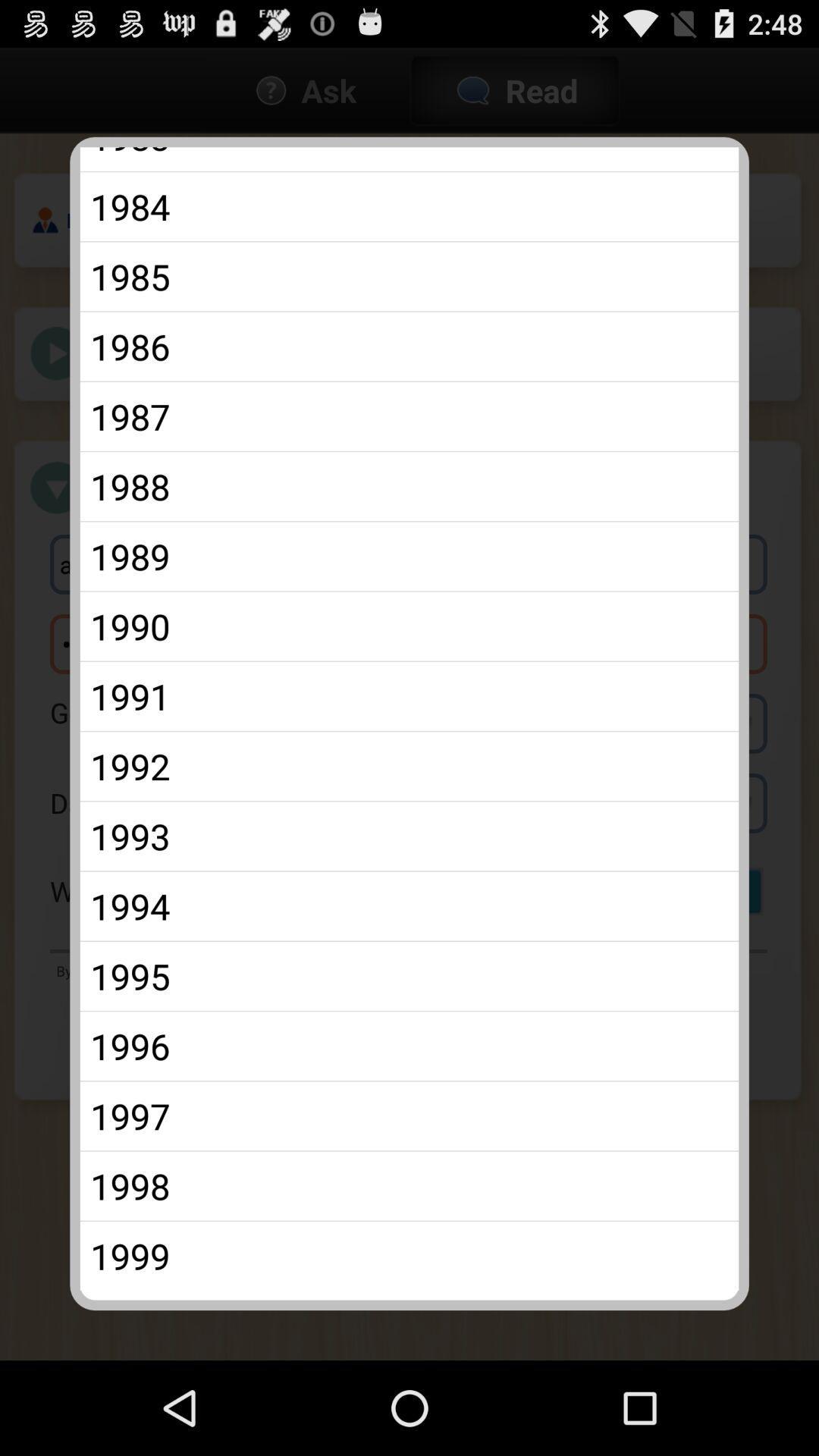  Describe the element at coordinates (409, 695) in the screenshot. I see `the 1991 icon` at that location.